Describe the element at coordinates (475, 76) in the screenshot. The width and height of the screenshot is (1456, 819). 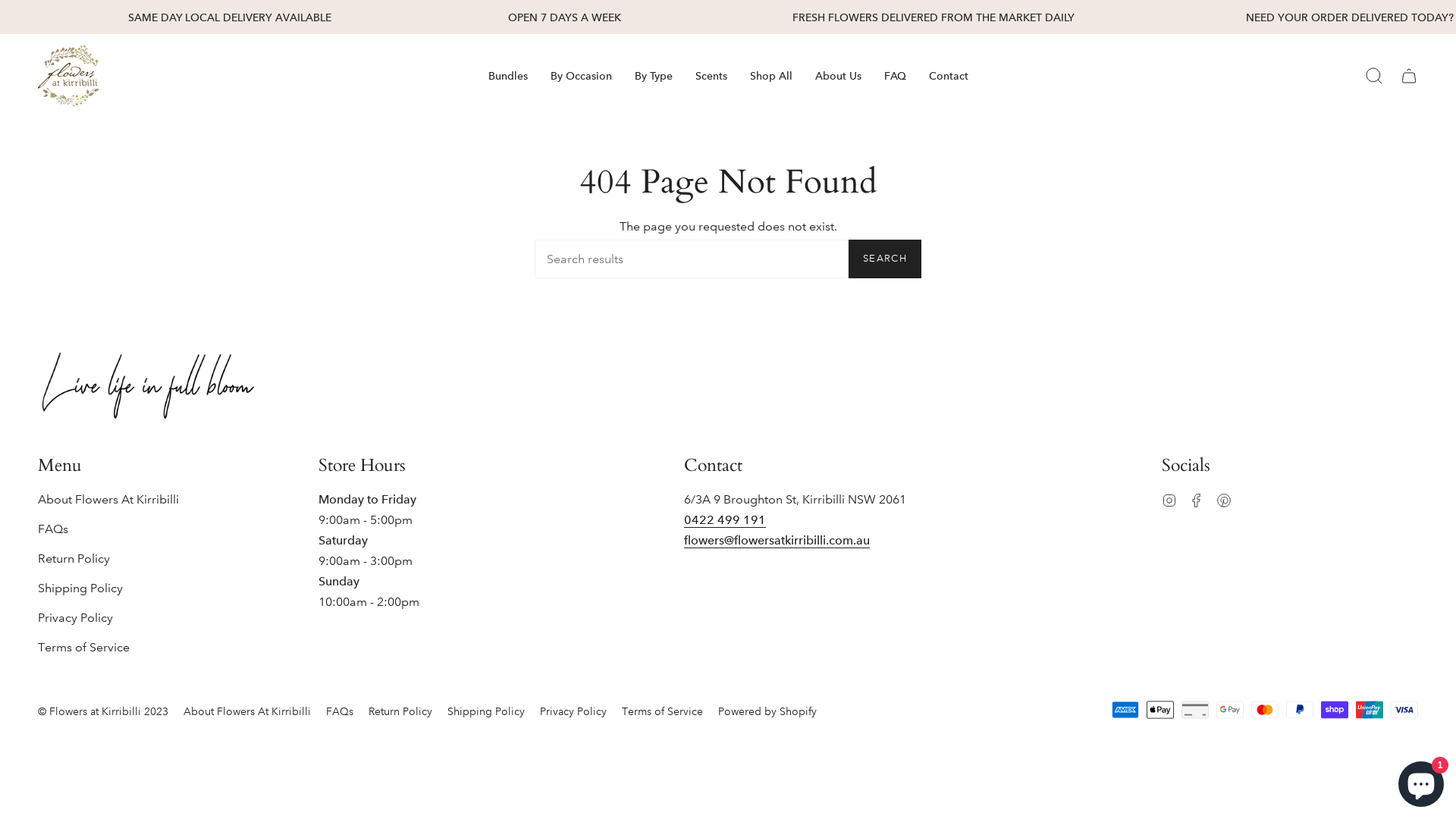
I see `'Bundles'` at that location.